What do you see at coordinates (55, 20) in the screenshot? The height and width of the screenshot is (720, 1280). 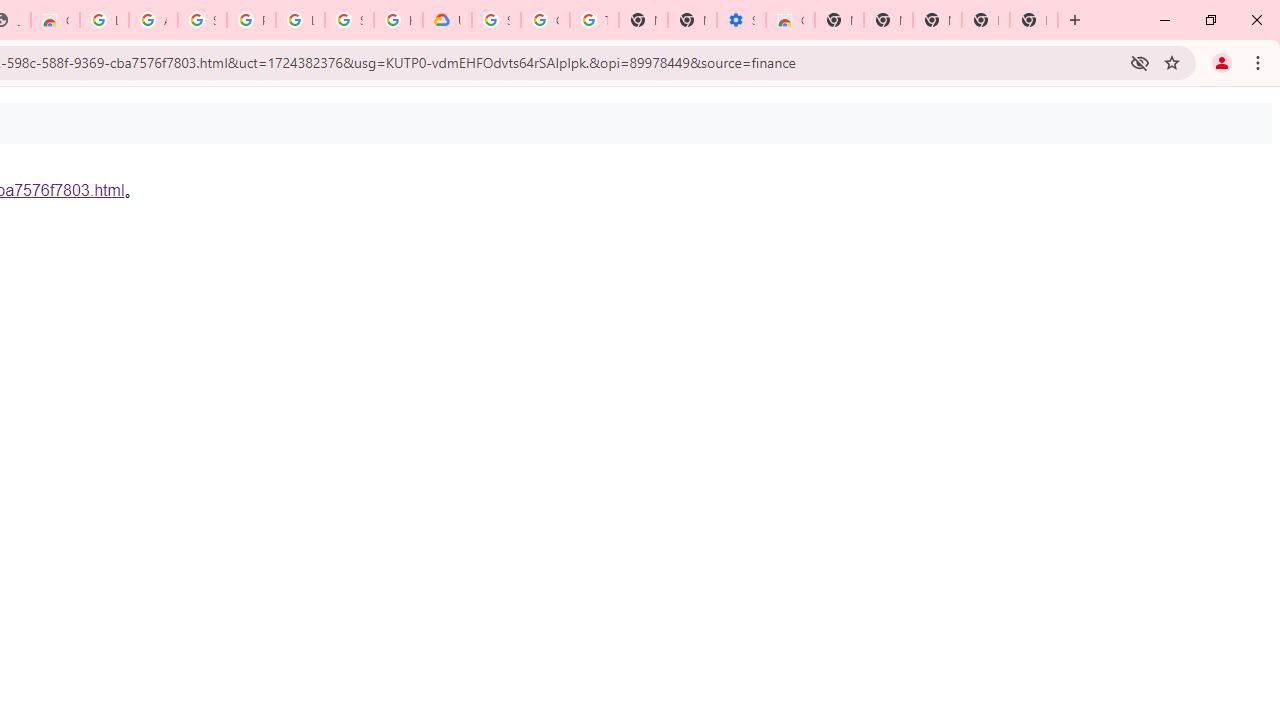 I see `'Chrome Web Store - Household'` at bounding box center [55, 20].